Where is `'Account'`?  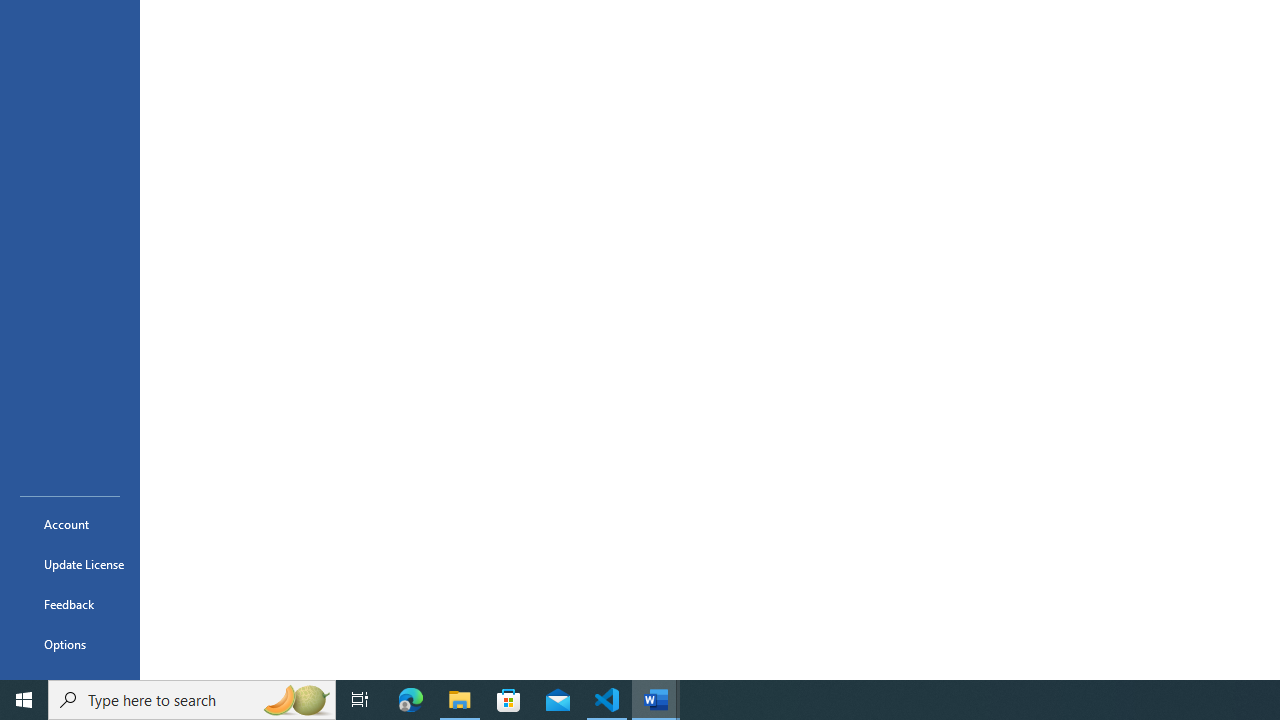 'Account' is located at coordinates (69, 523).